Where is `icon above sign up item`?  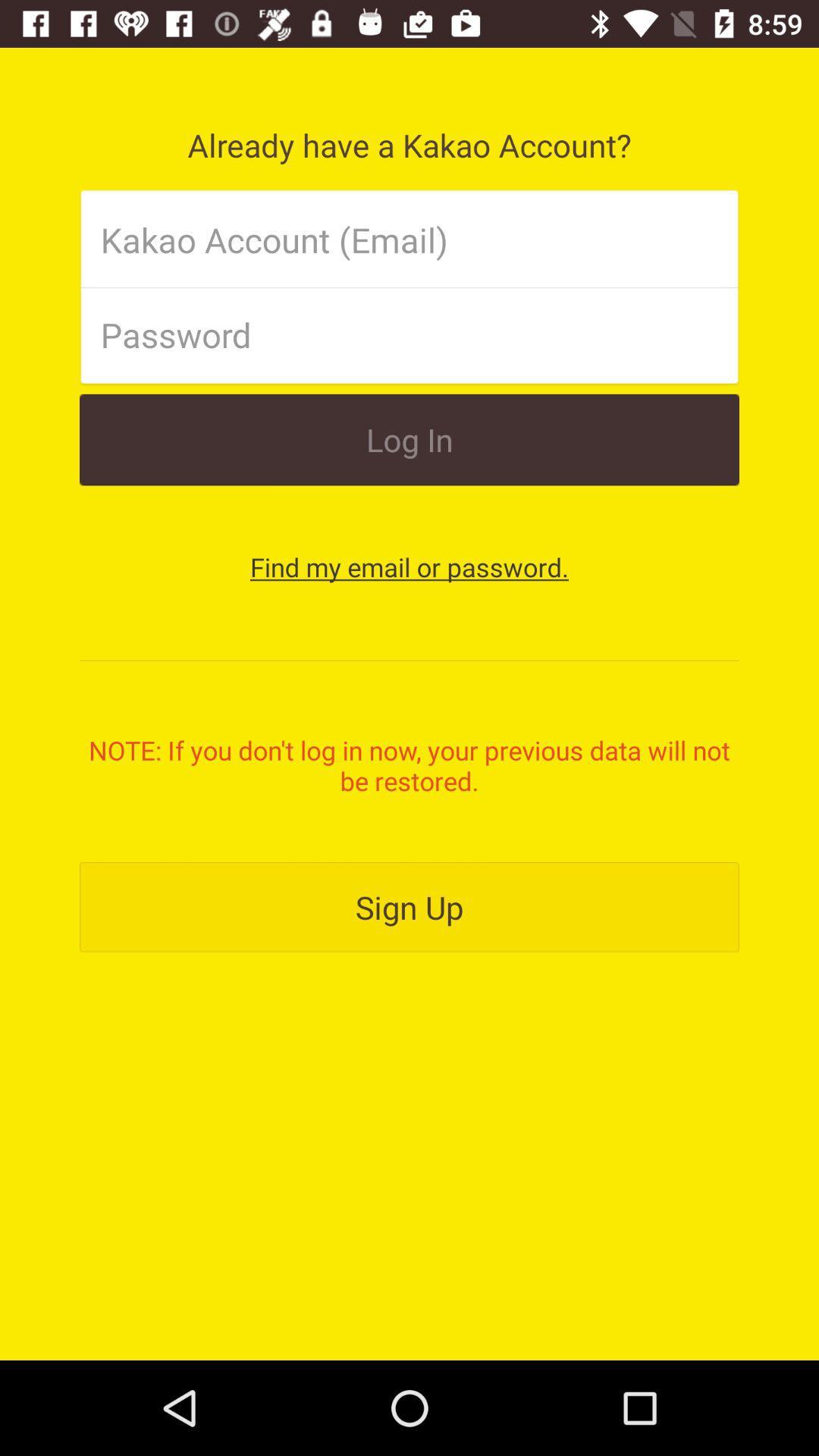
icon above sign up item is located at coordinates (409, 765).